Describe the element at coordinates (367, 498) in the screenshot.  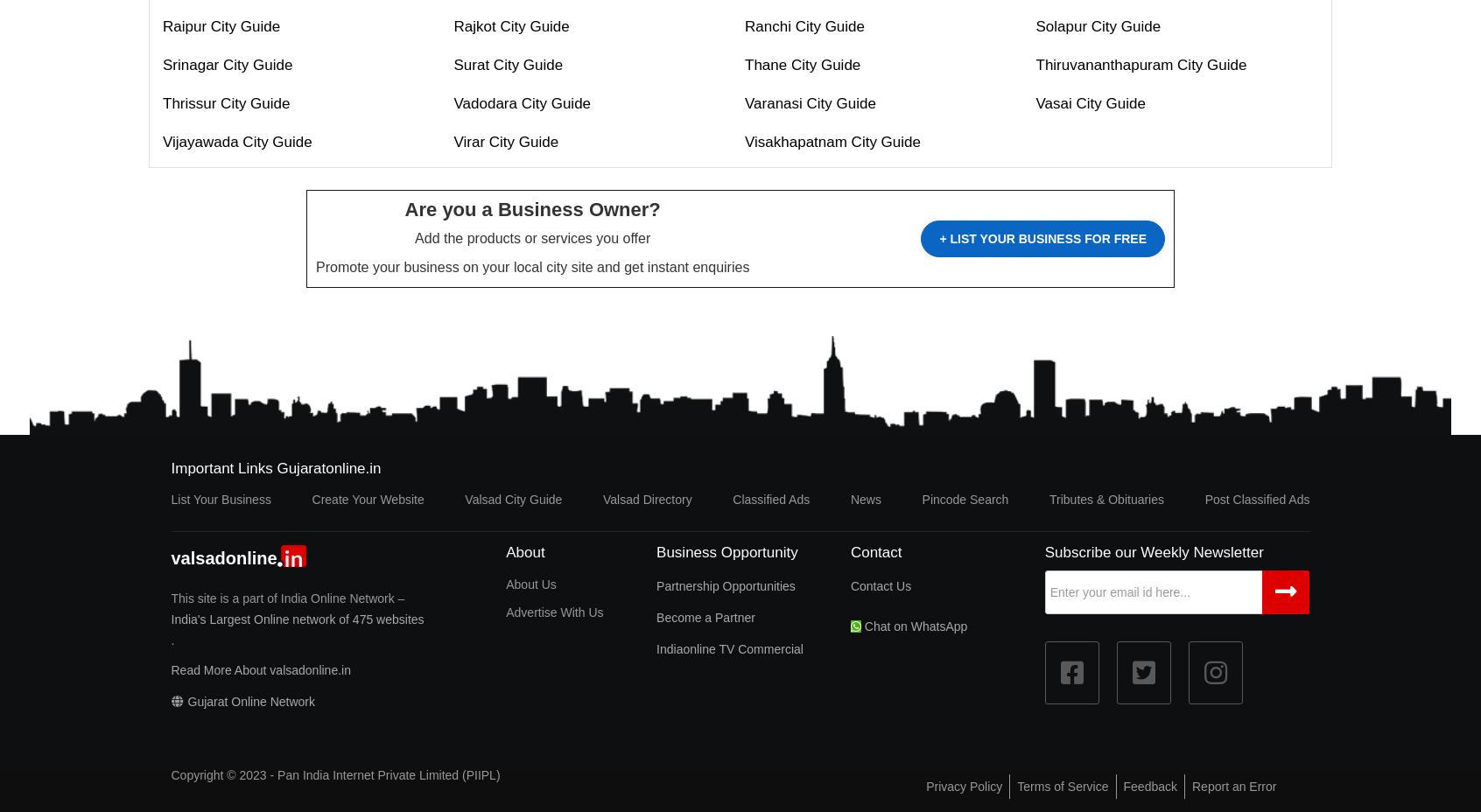
I see `'Create Your Website'` at that location.